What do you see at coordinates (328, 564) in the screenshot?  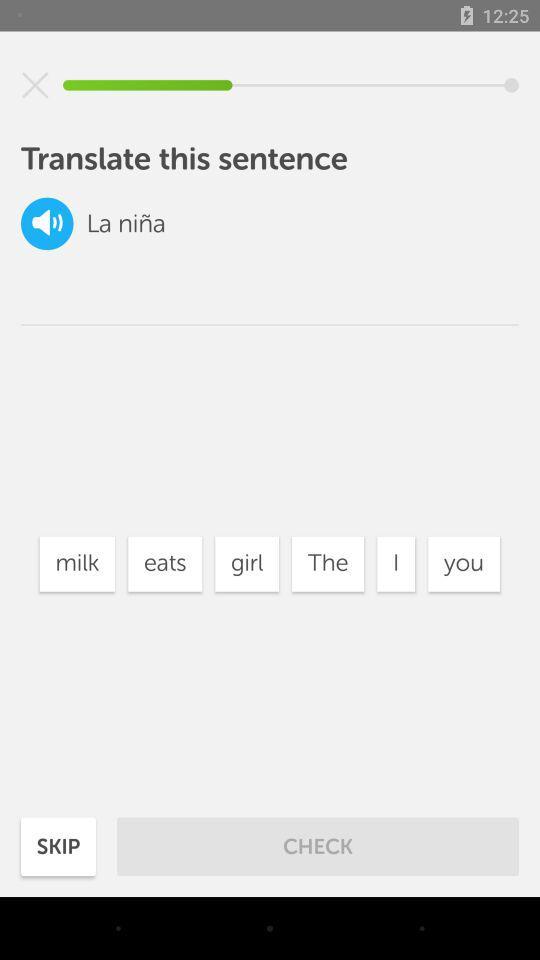 I see `icon next to the girl item` at bounding box center [328, 564].